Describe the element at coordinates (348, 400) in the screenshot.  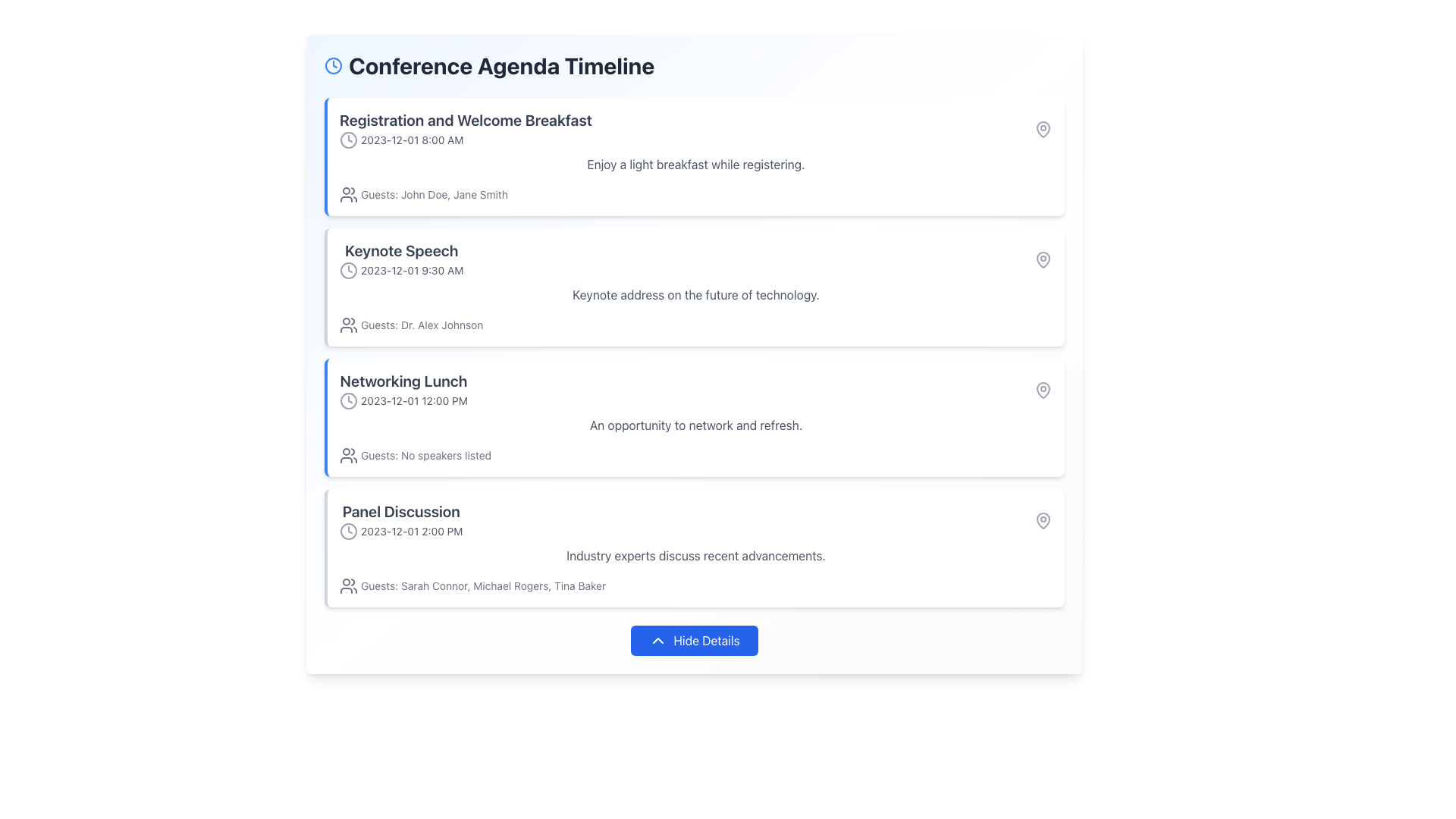
I see `the circular component within the clock icon adjacent to the text 'Networking Lunch'` at that location.